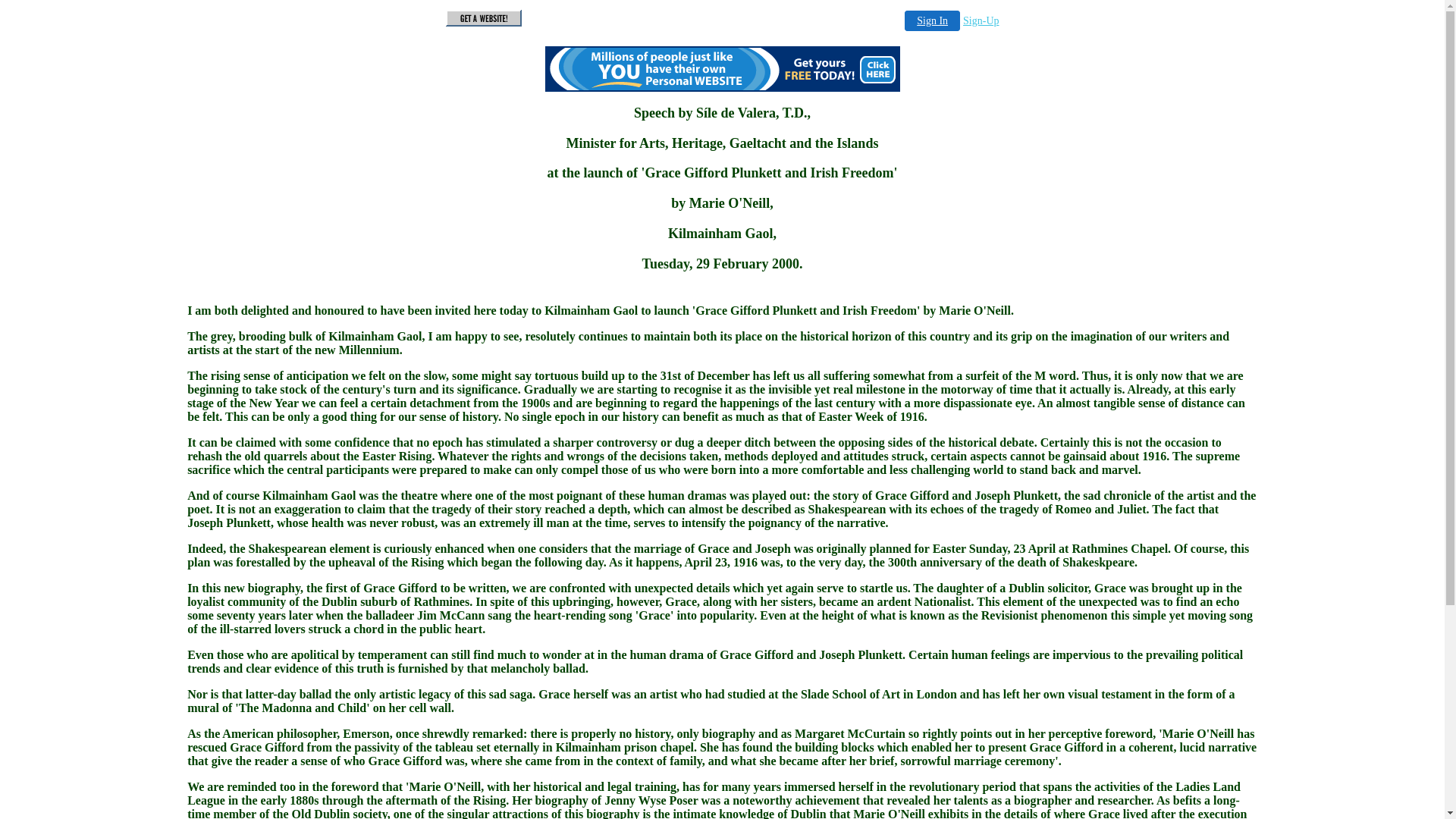 The height and width of the screenshot is (819, 1456). Describe the element at coordinates (962, 20) in the screenshot. I see `'Sign-Up'` at that location.